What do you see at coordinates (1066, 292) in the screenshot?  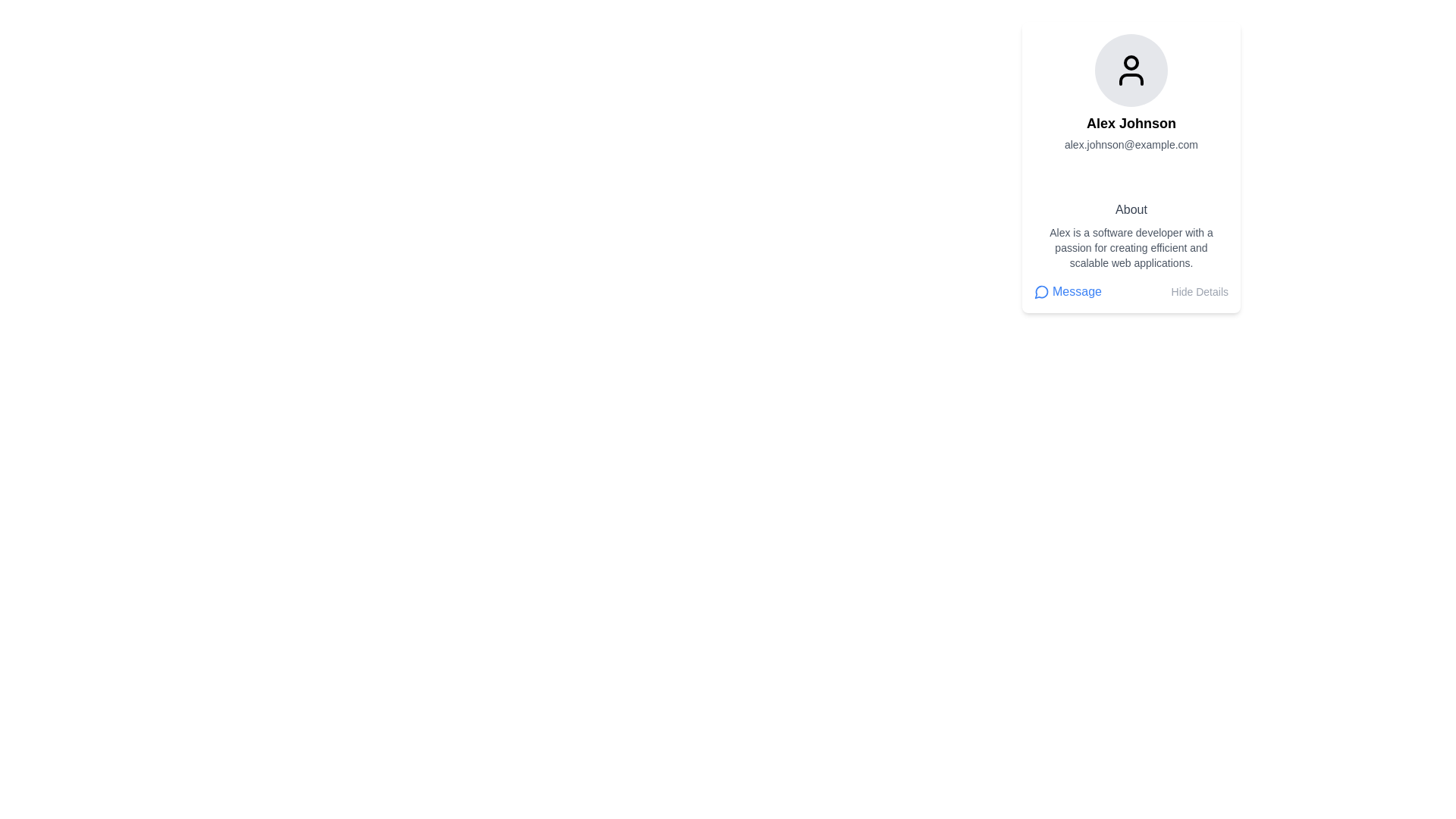 I see `the clickable text with an adjacent icon within the 'MessageHide Details' segment at the bottom of the user profile card to possibly open a context menu` at bounding box center [1066, 292].